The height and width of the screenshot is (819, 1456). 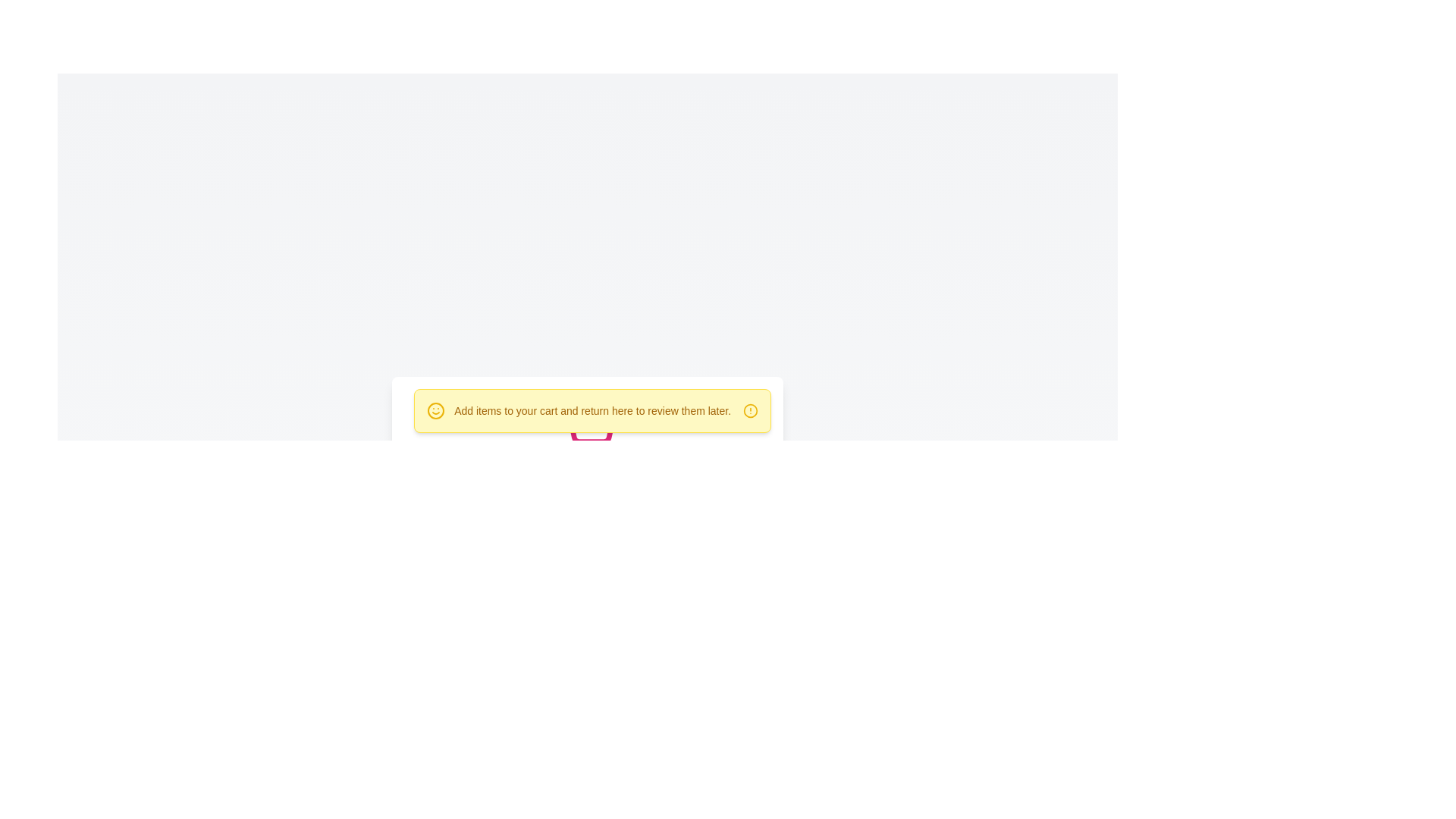 I want to click on the pink shopping cart icon, which is located centrally beneath a yellow banner with the text 'Add items to your cart and return here to review them later.', so click(x=586, y=431).